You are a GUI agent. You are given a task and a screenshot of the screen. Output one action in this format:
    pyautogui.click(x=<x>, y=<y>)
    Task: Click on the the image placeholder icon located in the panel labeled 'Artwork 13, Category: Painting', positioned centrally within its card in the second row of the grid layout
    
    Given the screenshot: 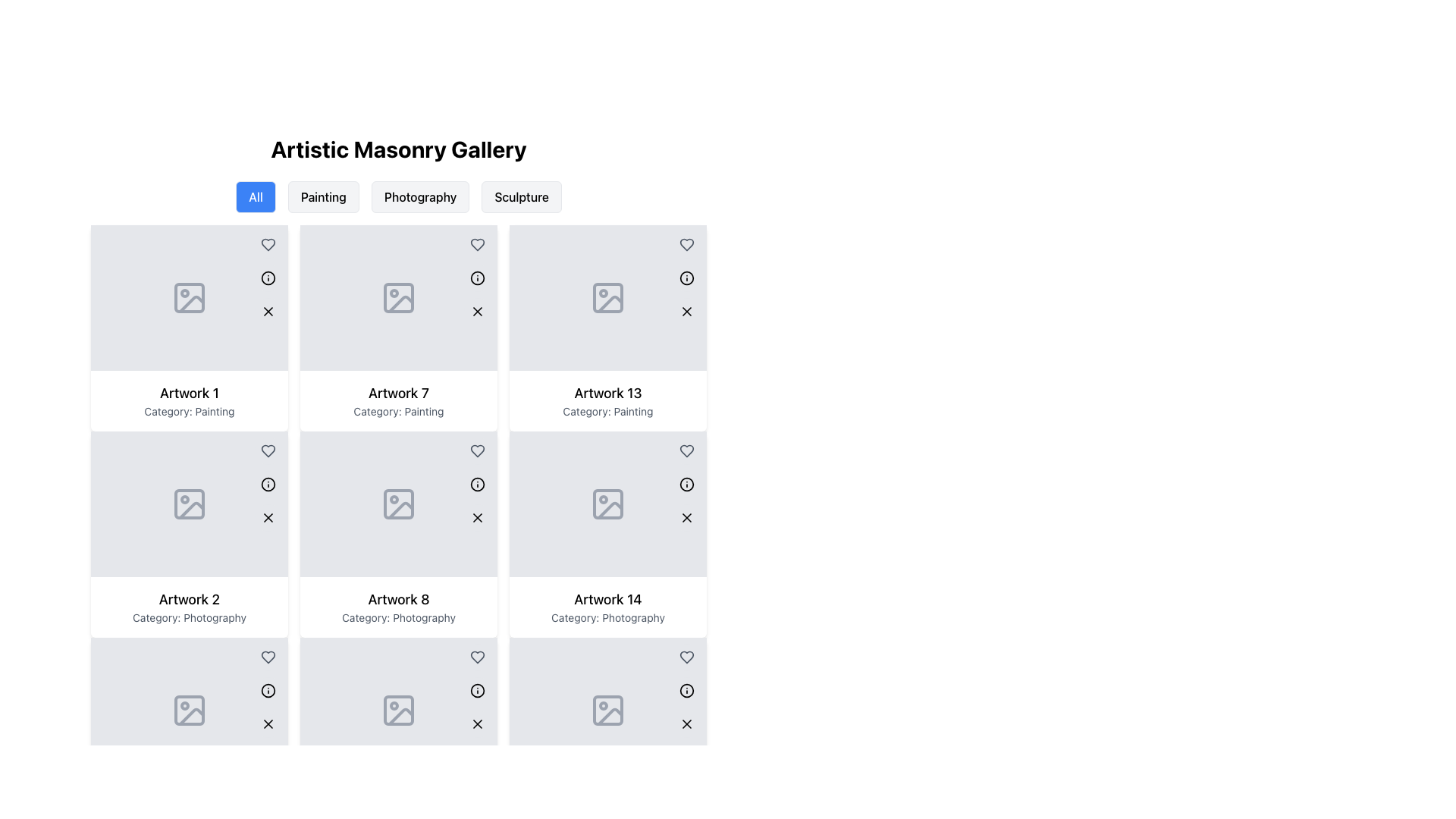 What is the action you would take?
    pyautogui.click(x=607, y=298)
    